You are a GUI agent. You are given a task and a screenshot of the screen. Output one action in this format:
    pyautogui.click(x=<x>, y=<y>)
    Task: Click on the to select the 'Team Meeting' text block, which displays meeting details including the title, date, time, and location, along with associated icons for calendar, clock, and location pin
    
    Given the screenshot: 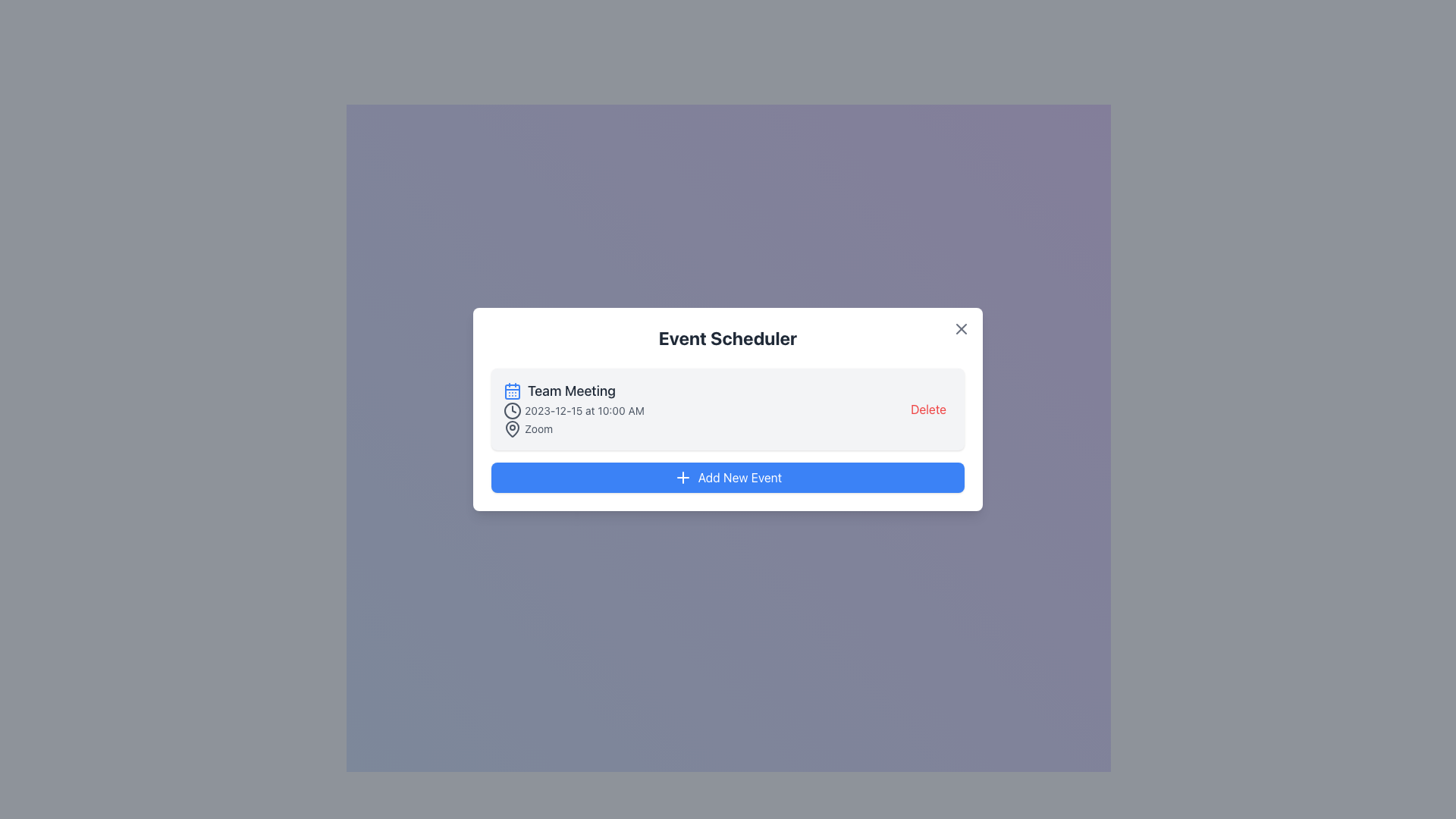 What is the action you would take?
    pyautogui.click(x=573, y=409)
    